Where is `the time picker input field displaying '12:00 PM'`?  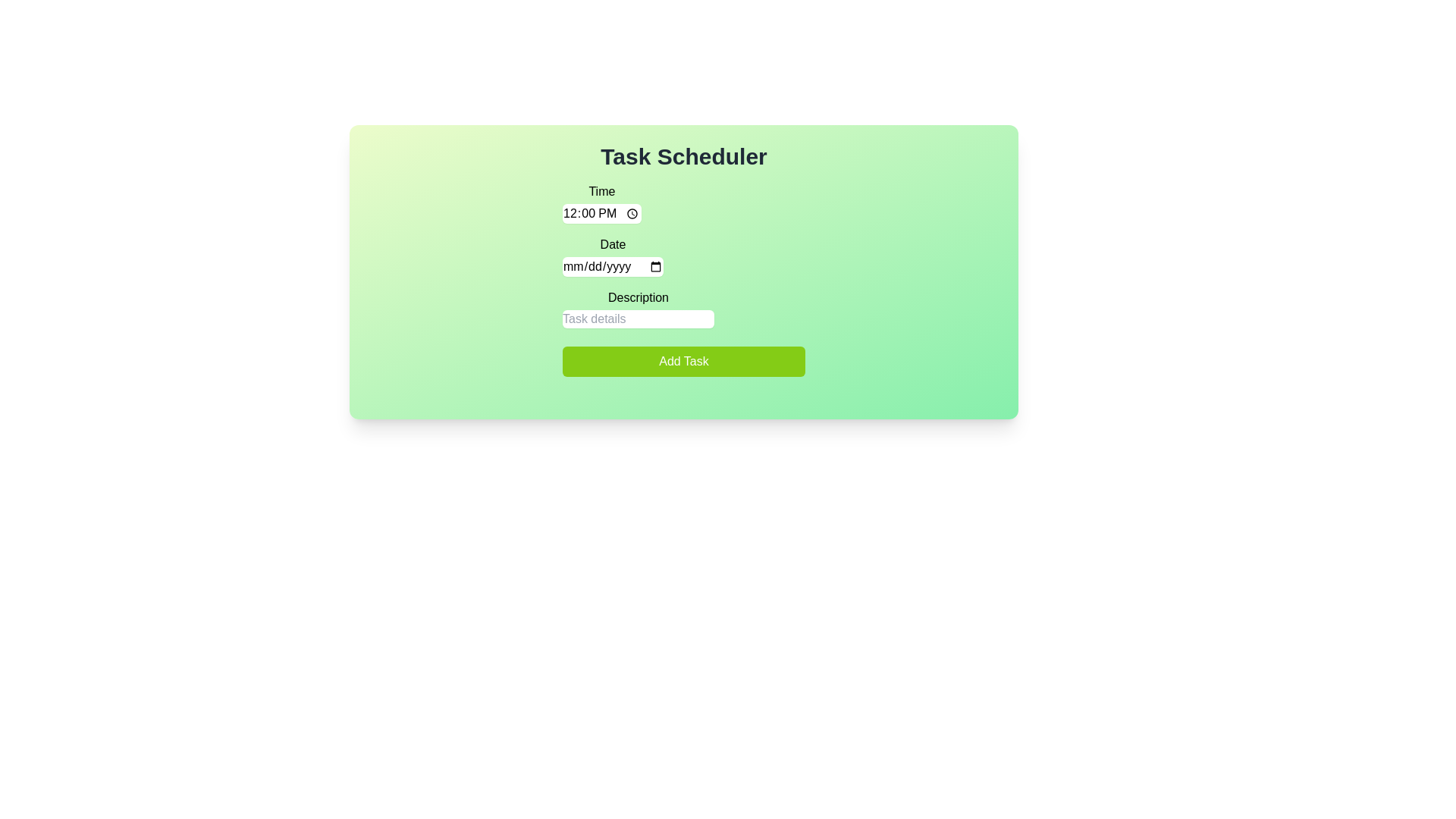
the time picker input field displaying '12:00 PM' is located at coordinates (601, 213).